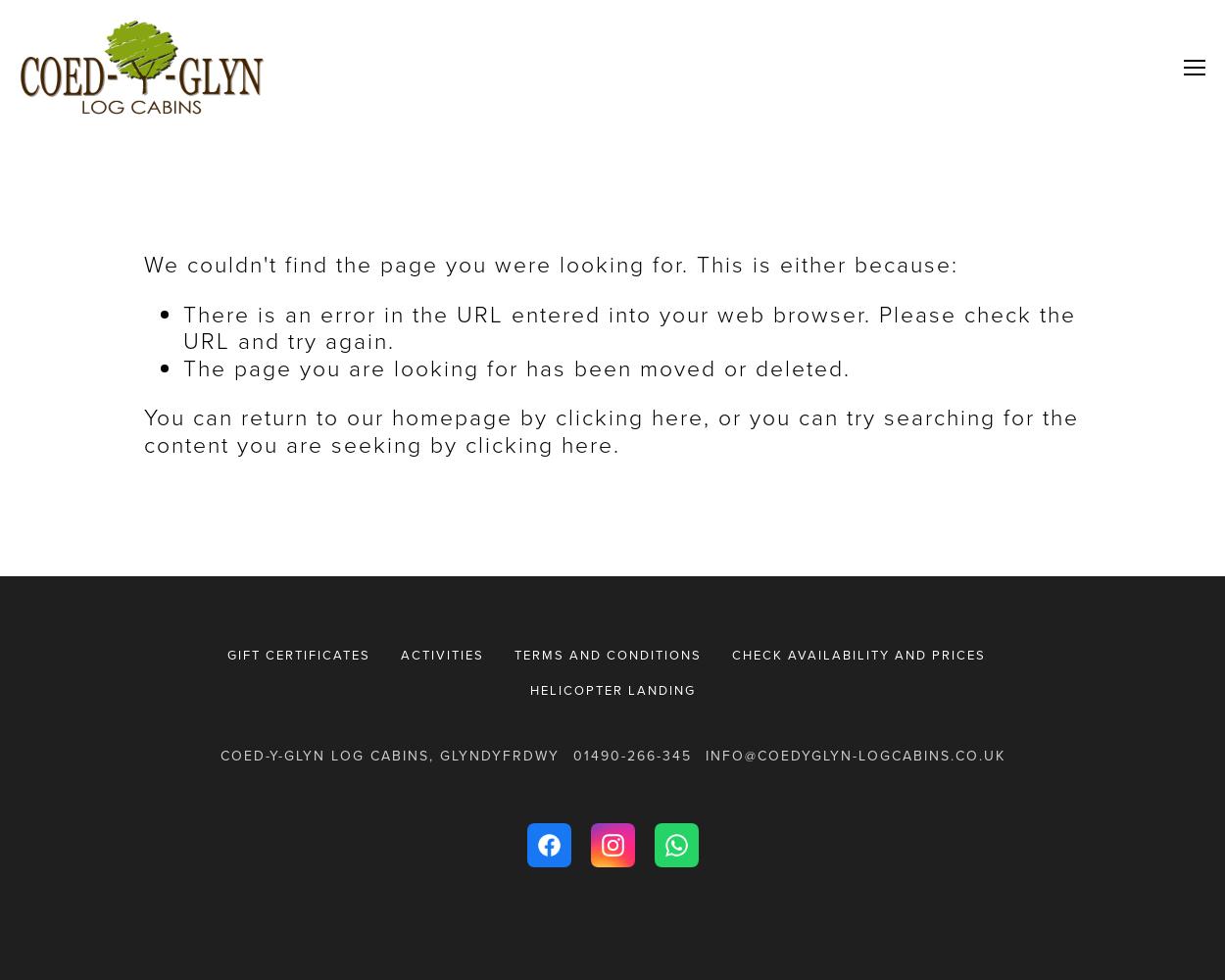 This screenshot has width=1225, height=980. Describe the element at coordinates (1005, 169) in the screenshot. I see `'F.A.Q's'` at that location.